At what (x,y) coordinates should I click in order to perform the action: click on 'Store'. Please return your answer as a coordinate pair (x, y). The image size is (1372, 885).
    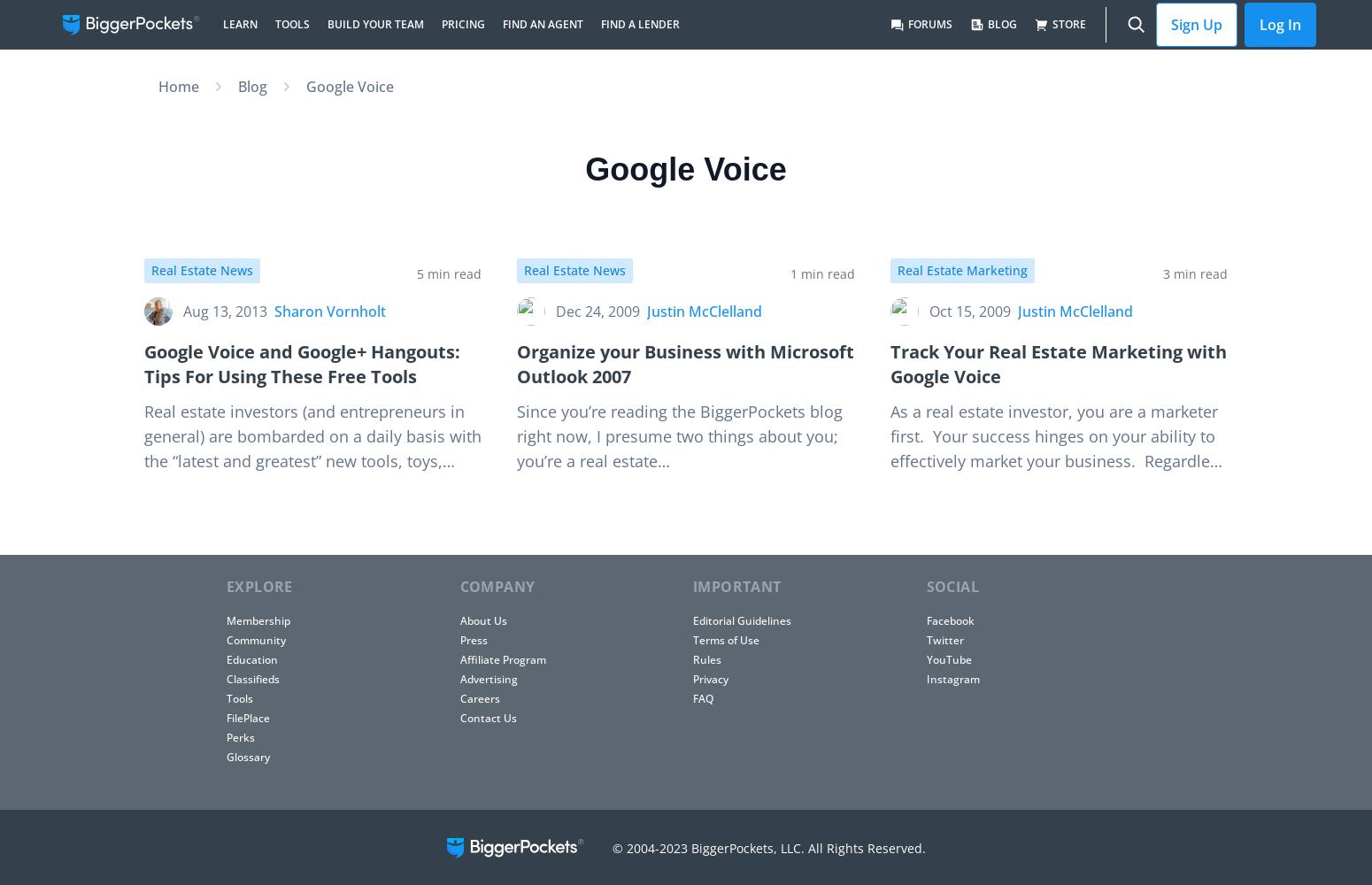
    Looking at the image, I should click on (1069, 24).